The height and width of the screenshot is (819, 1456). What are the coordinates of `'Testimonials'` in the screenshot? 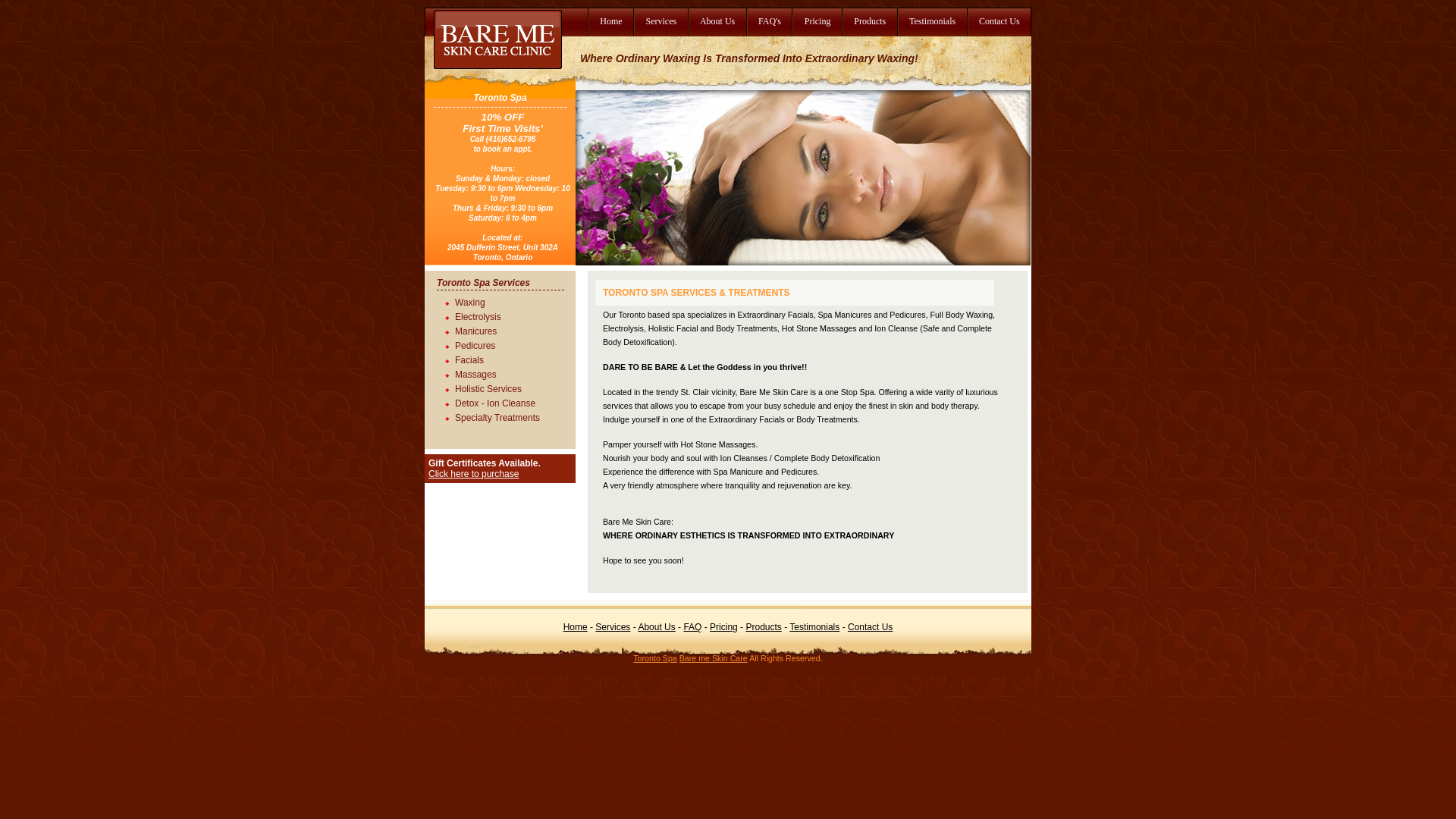 It's located at (814, 626).